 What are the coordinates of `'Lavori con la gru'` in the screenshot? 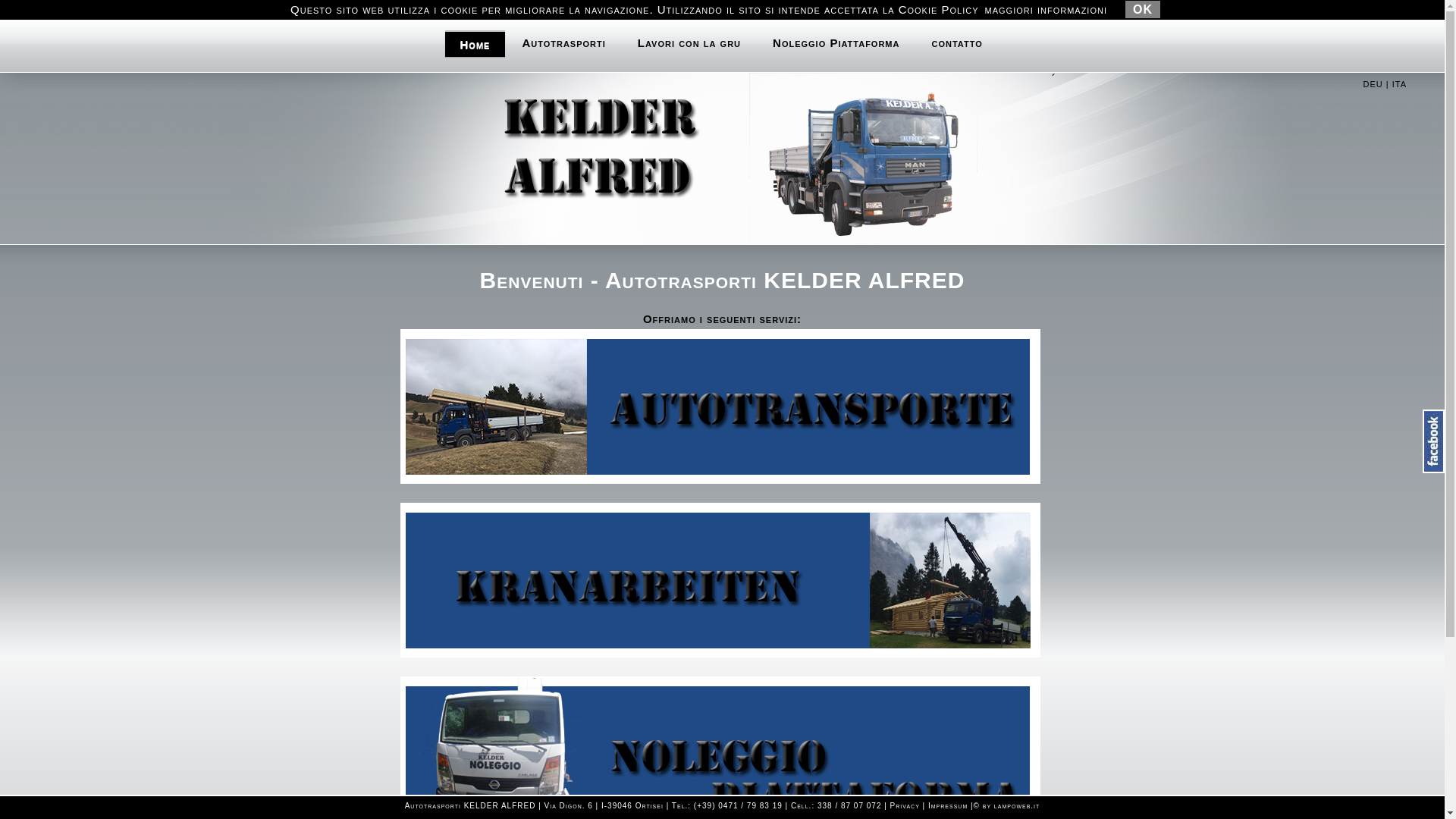 It's located at (688, 42).